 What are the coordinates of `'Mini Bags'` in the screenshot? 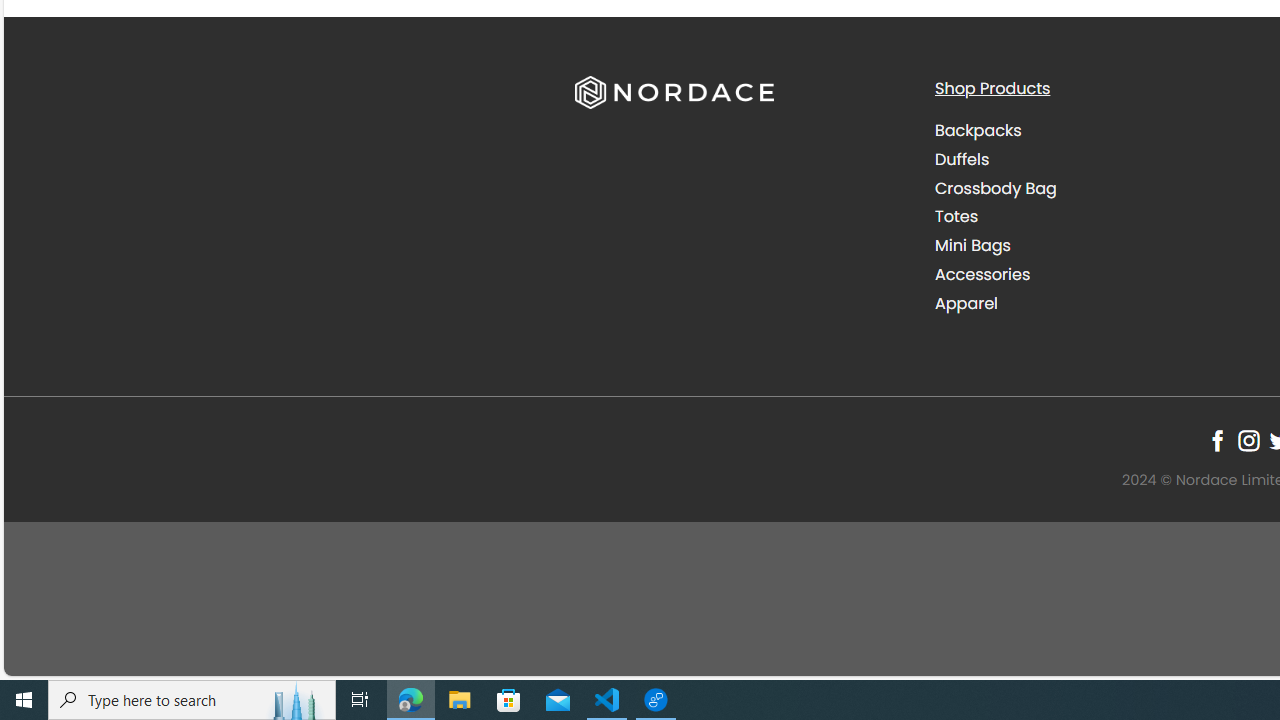 It's located at (972, 244).